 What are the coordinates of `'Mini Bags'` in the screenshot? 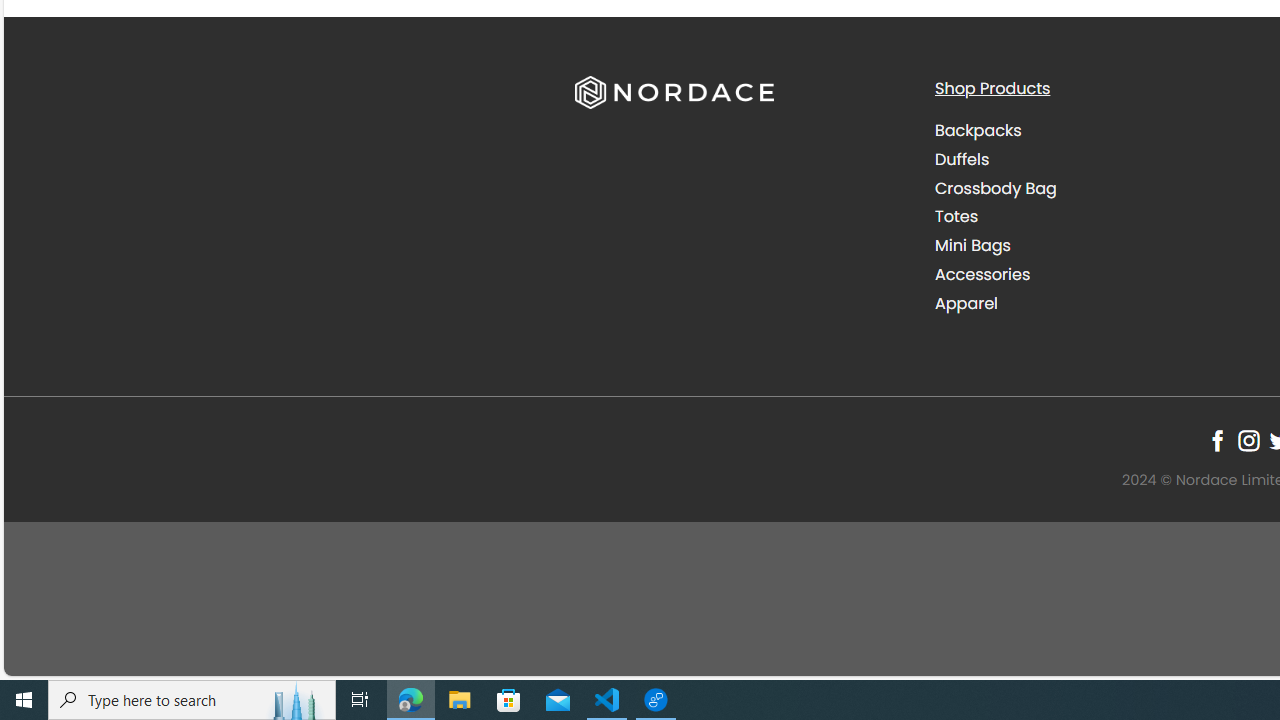 It's located at (972, 244).